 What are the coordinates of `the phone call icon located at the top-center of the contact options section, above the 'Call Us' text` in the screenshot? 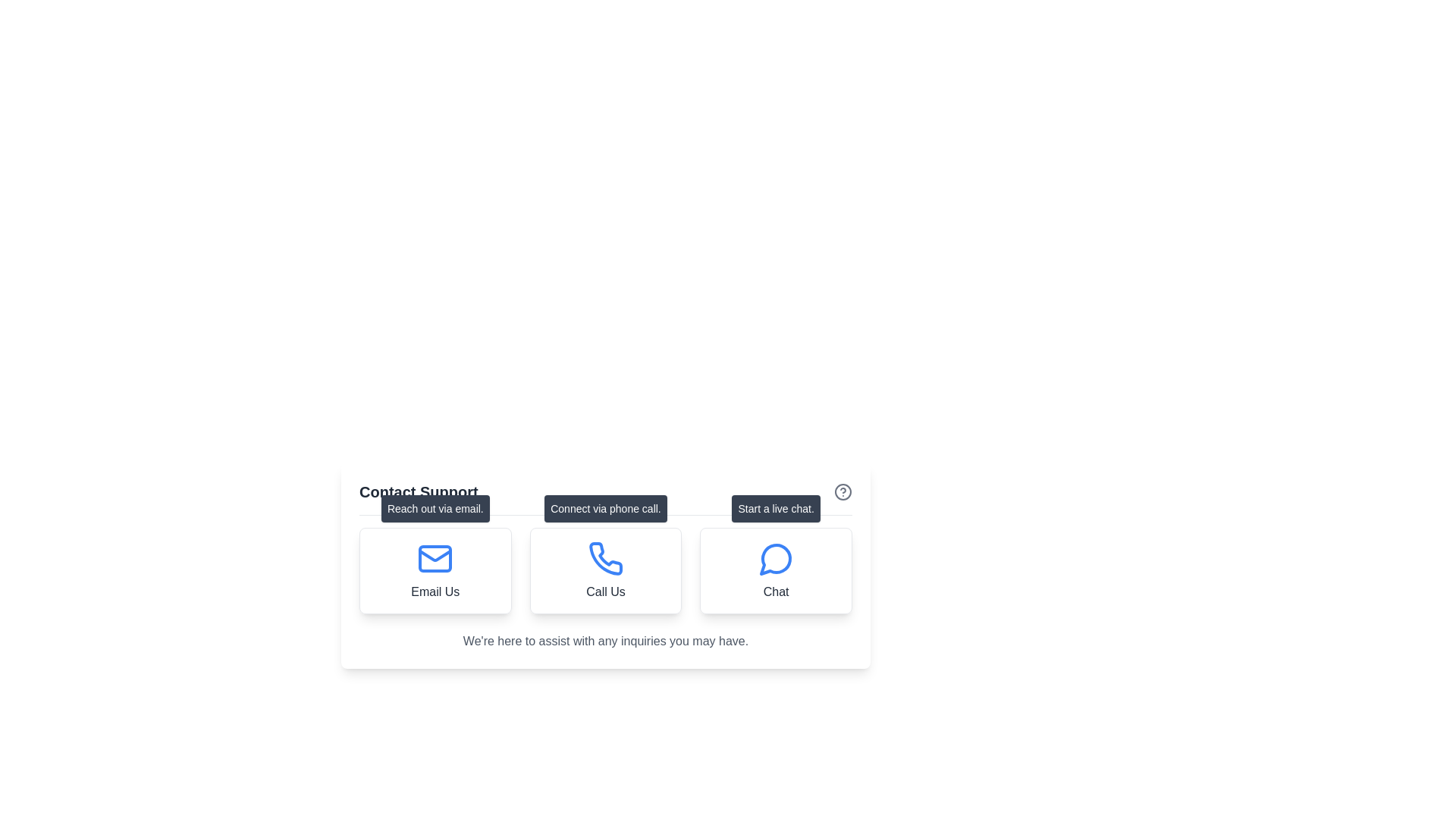 It's located at (604, 558).